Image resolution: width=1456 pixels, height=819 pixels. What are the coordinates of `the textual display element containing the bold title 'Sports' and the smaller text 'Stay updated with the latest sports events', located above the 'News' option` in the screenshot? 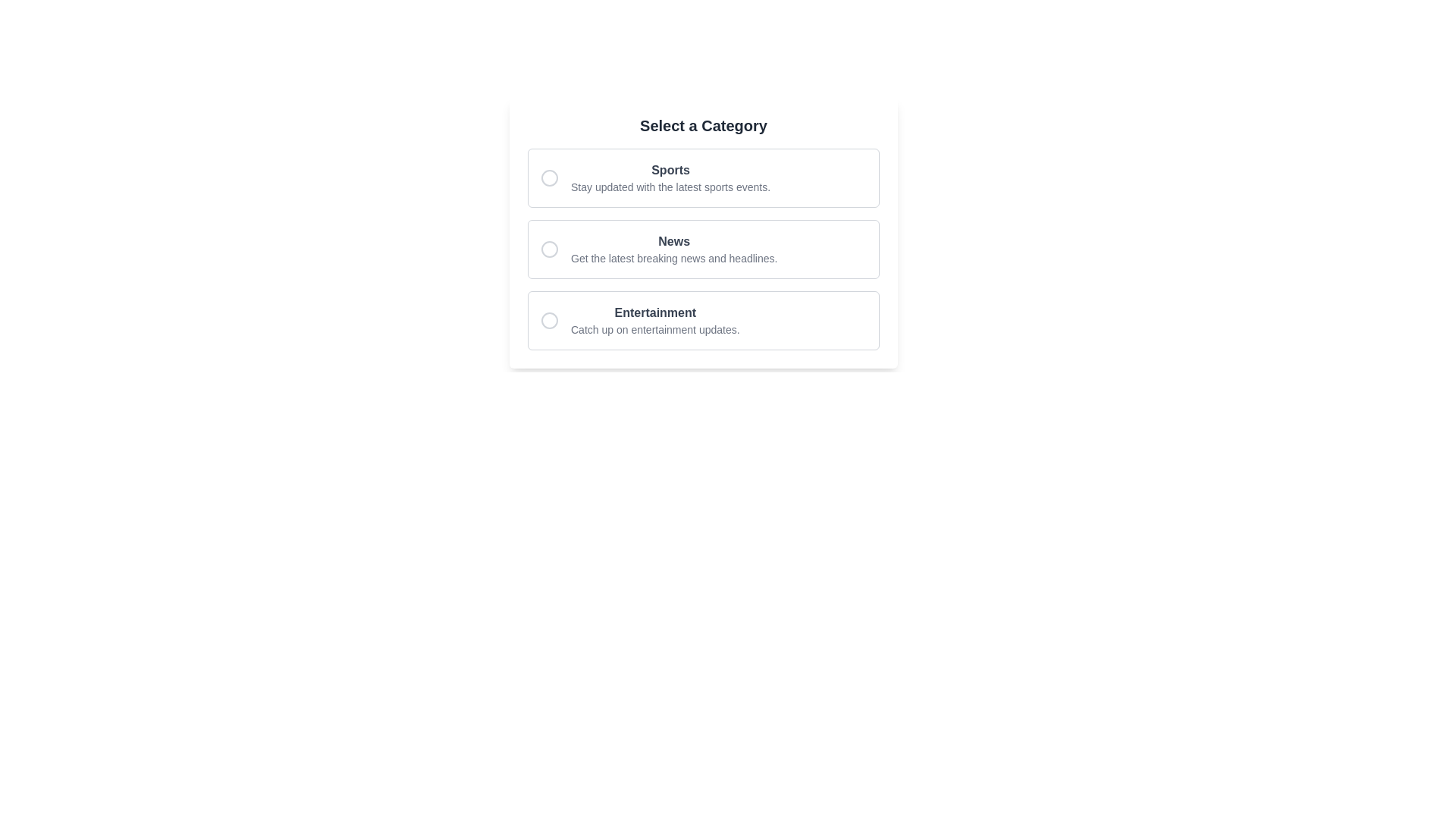 It's located at (670, 177).